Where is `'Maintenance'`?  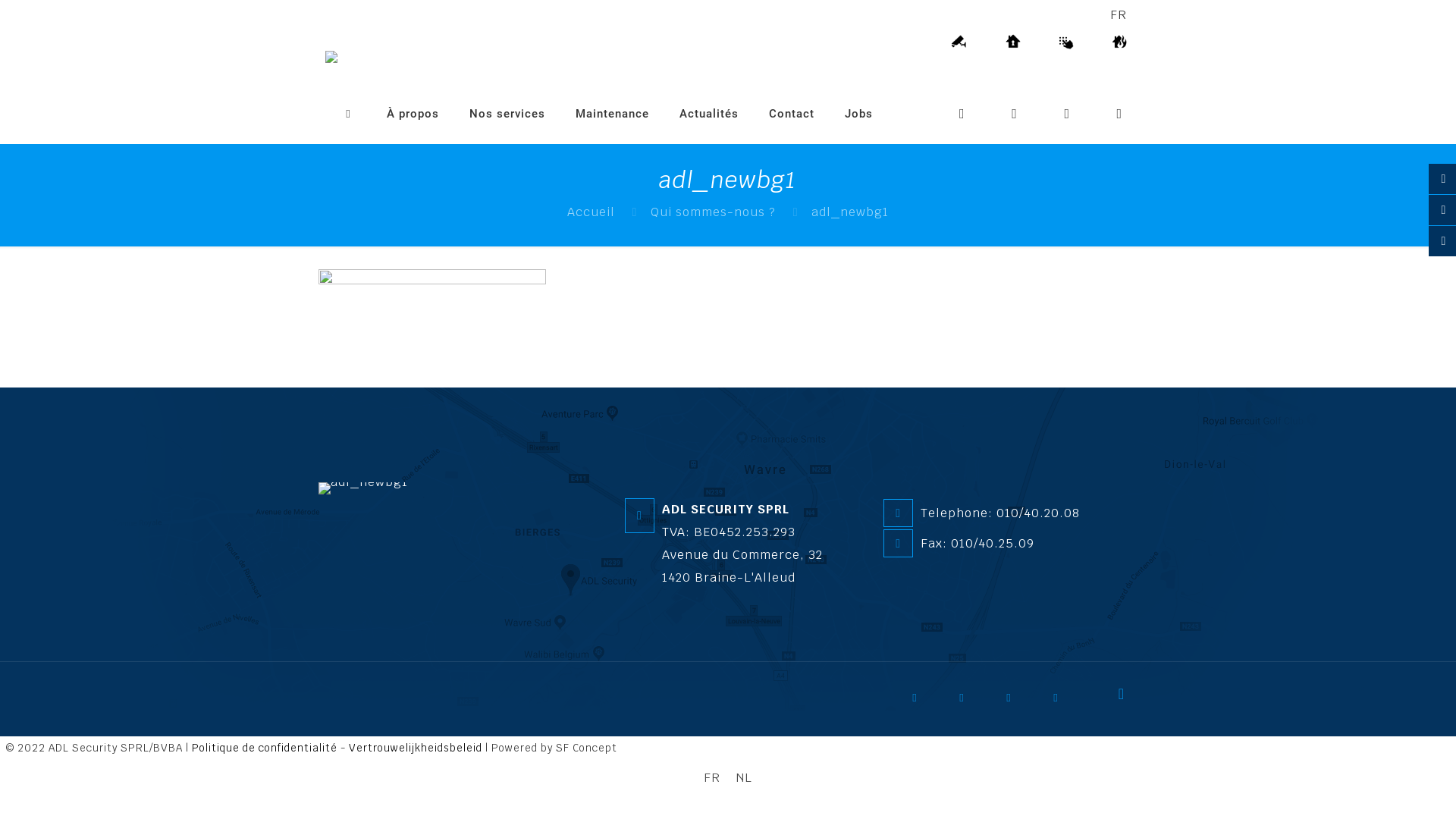
'Maintenance' is located at coordinates (612, 113).